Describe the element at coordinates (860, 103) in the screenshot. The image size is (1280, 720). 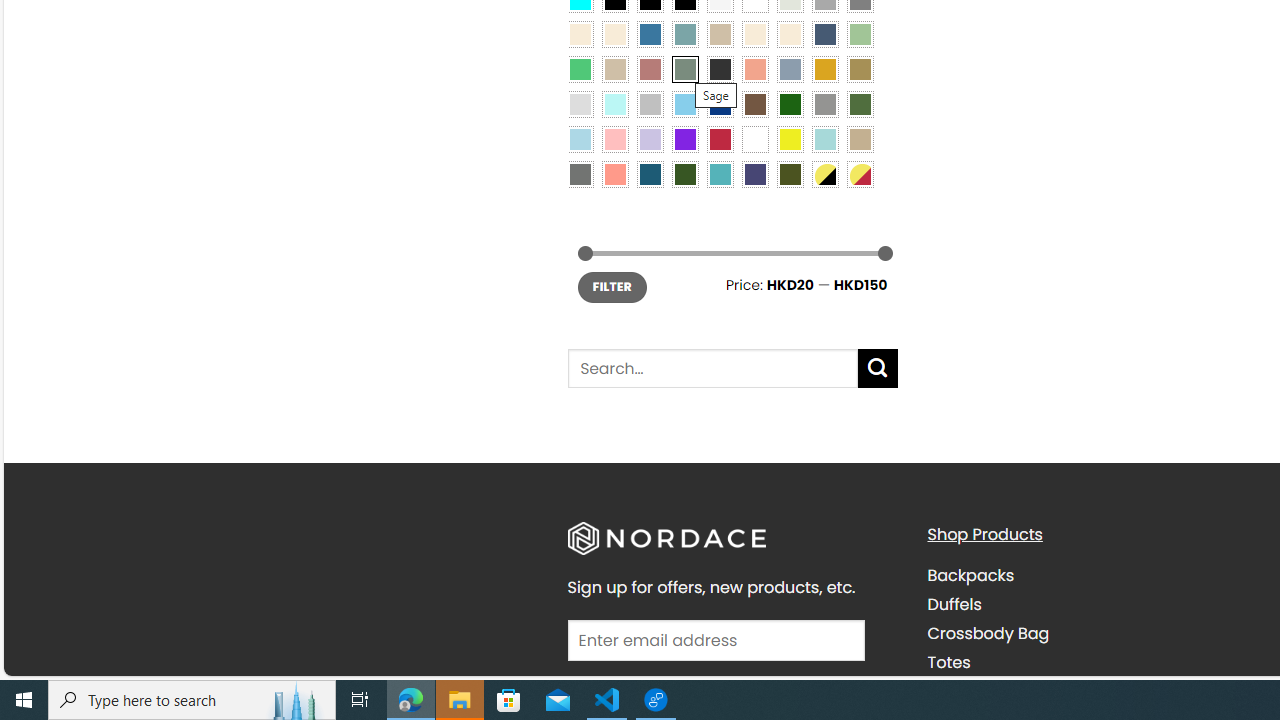
I see `'Green'` at that location.